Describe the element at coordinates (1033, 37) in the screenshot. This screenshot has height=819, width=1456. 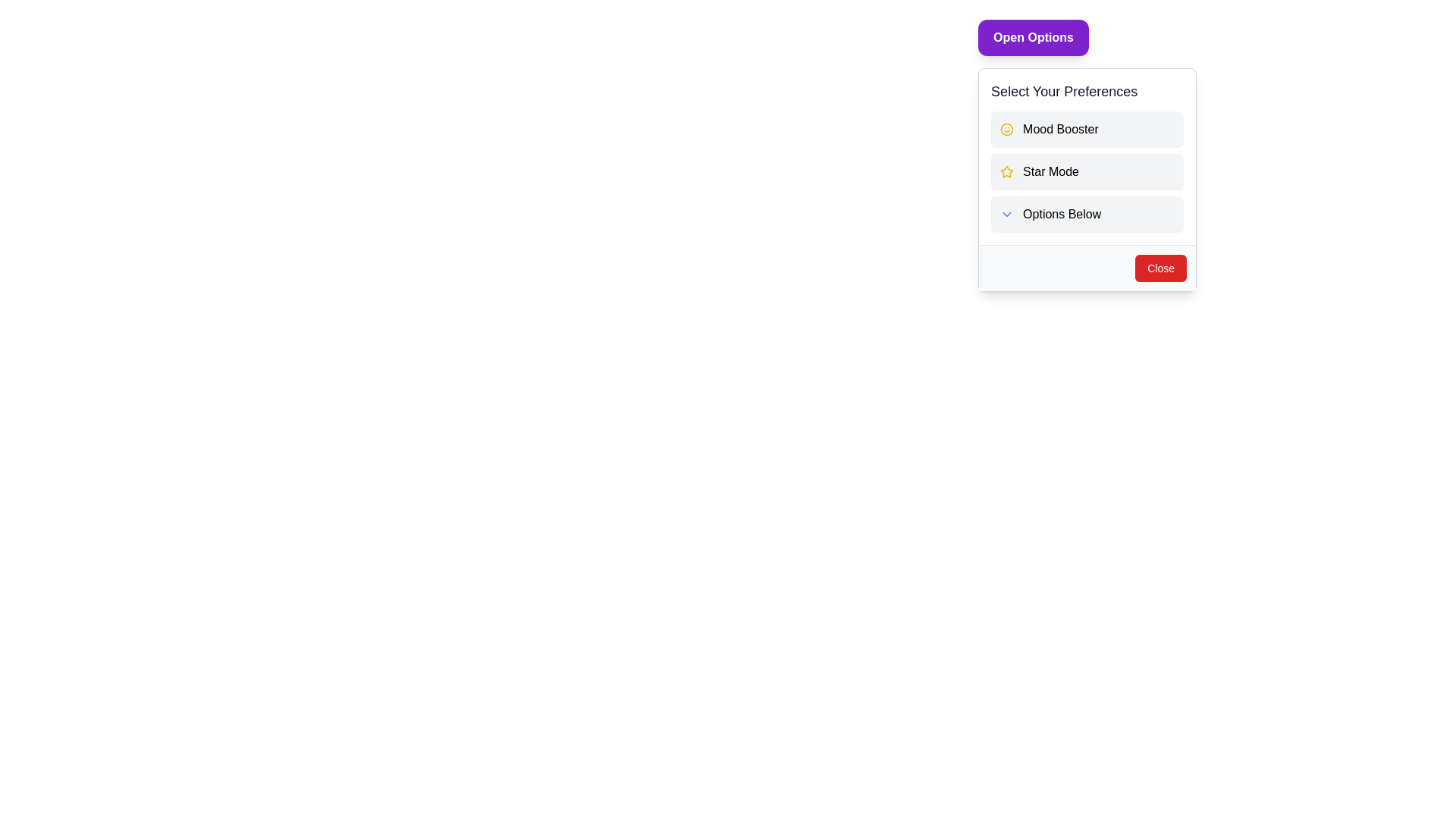
I see `the toggle button located at the top-center of the card interface` at that location.